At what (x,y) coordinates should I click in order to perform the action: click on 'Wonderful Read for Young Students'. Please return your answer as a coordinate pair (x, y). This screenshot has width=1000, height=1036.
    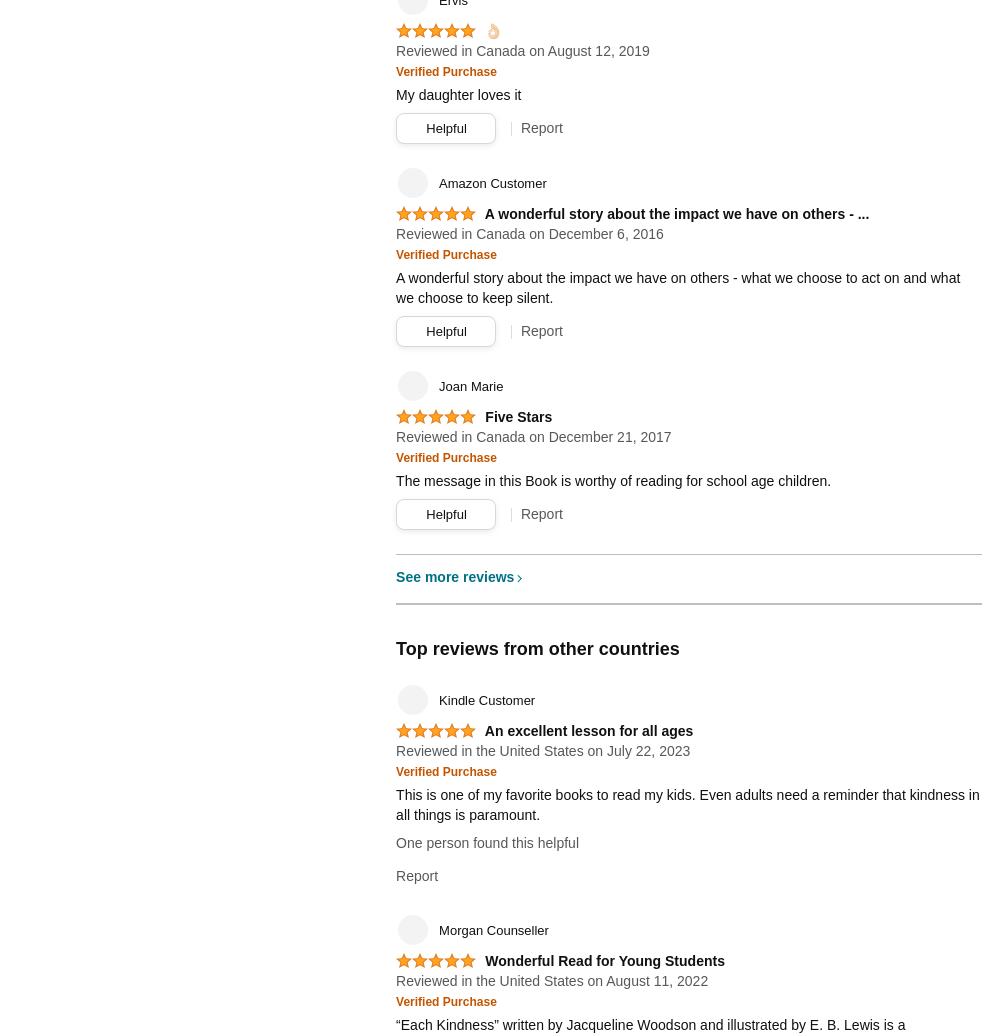
    Looking at the image, I should click on (603, 960).